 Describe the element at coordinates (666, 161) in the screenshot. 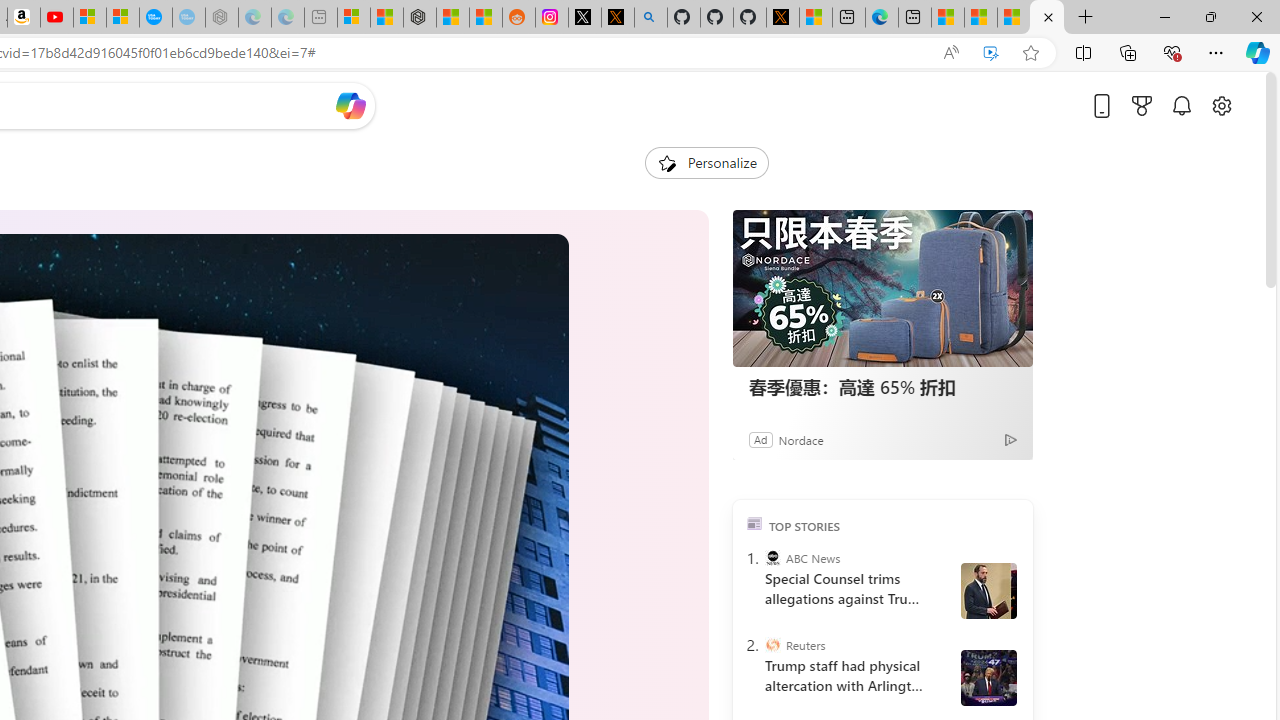

I see `'To get missing image descriptions, open the context menu.'` at that location.